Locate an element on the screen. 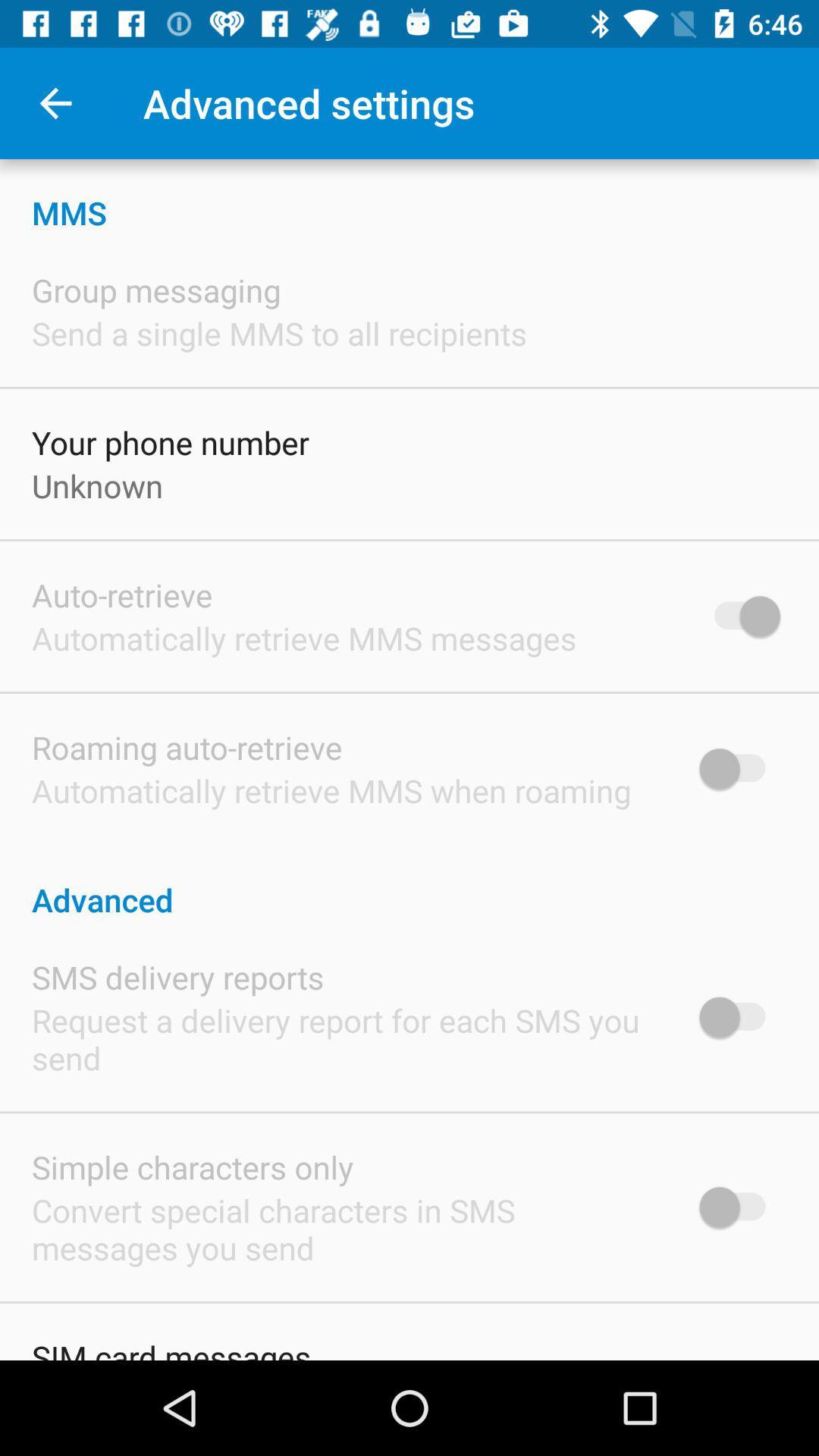  the item below send a single icon is located at coordinates (170, 441).